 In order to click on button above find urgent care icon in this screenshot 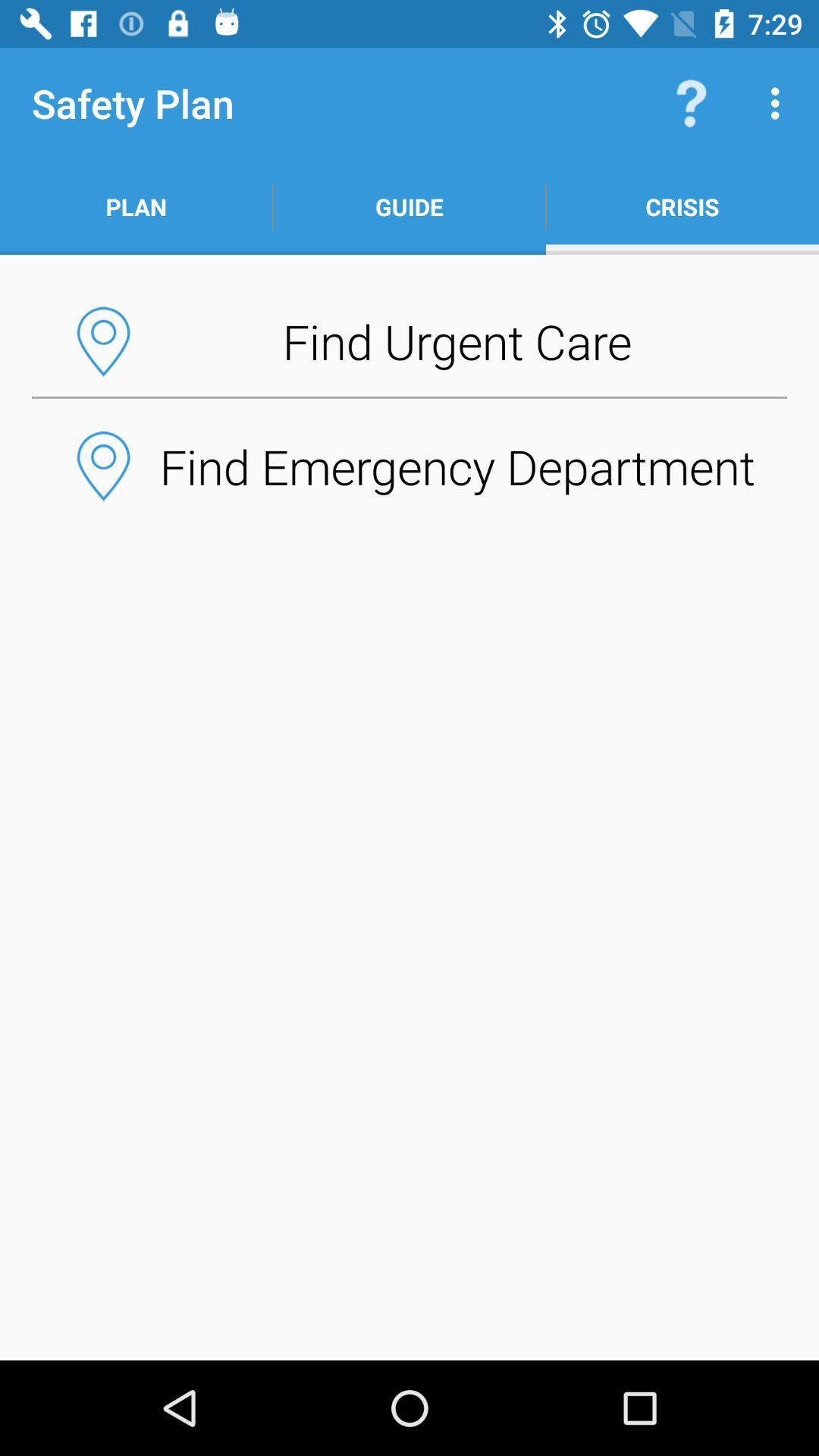, I will do `click(409, 206)`.